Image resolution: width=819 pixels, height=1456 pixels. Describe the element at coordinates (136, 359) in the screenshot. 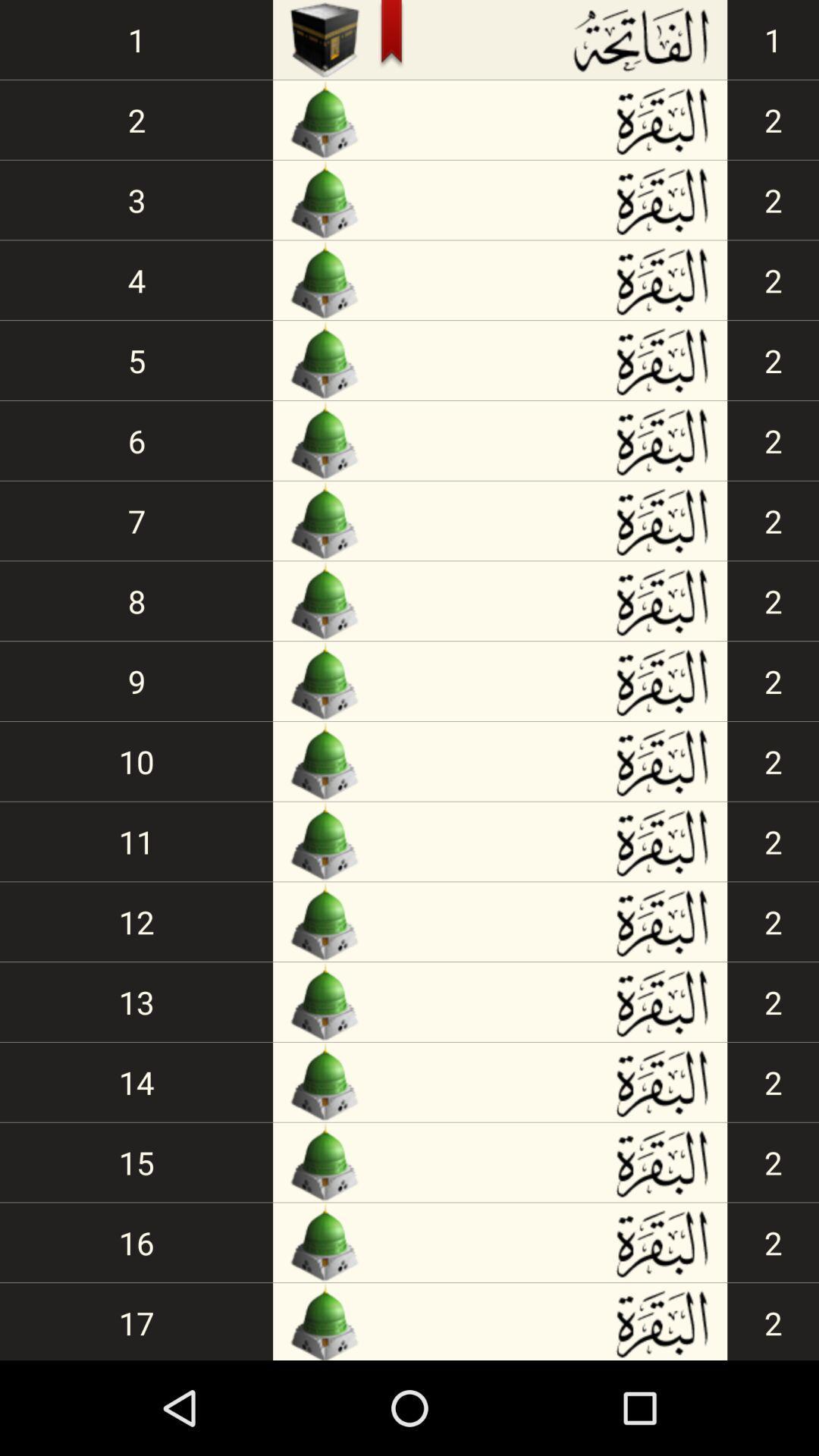

I see `5 icon` at that location.